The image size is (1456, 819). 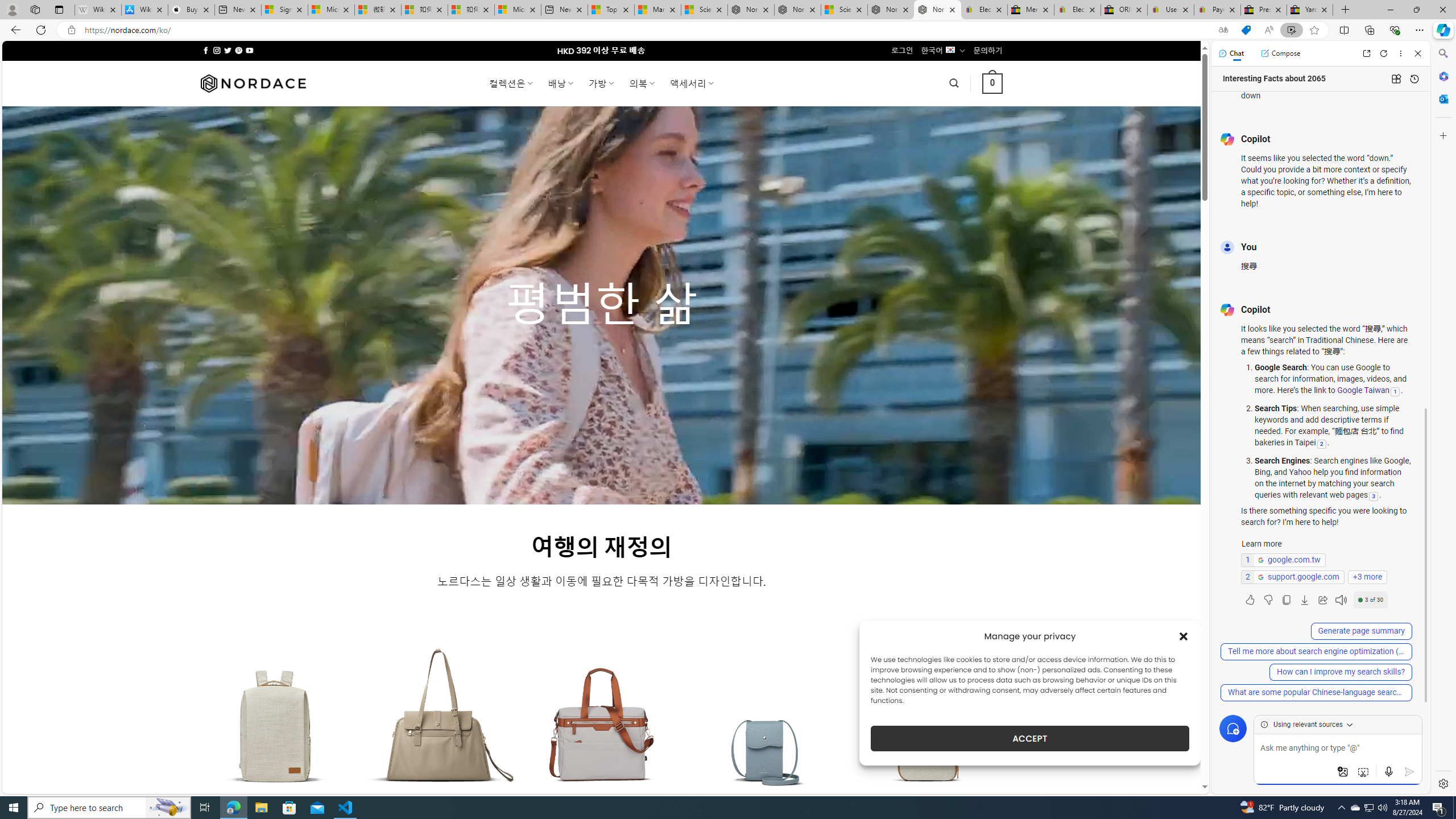 I want to click on 'Compose', so click(x=1280, y=52).